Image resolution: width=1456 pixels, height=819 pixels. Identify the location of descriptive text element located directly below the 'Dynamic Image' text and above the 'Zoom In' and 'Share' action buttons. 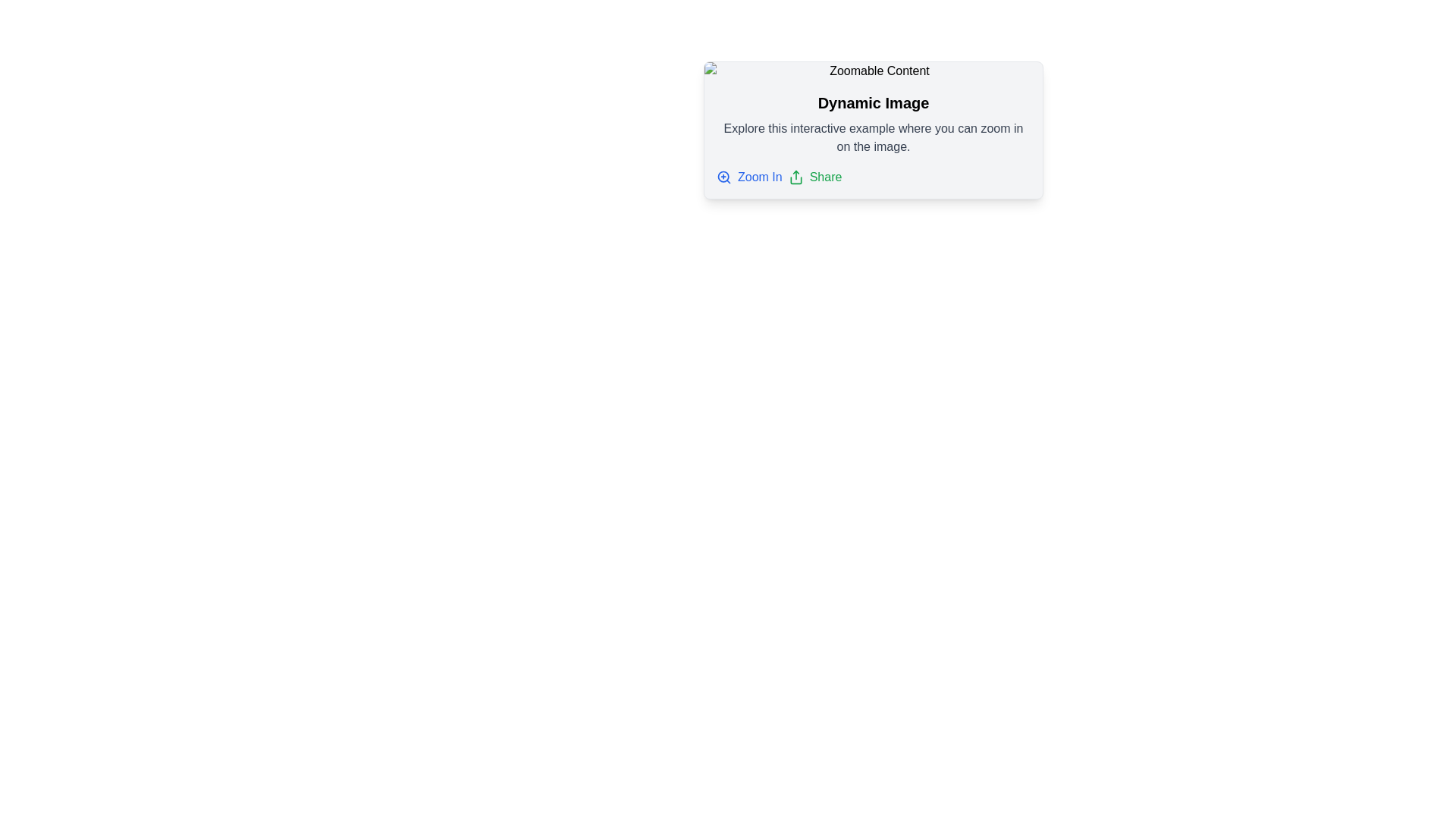
(874, 137).